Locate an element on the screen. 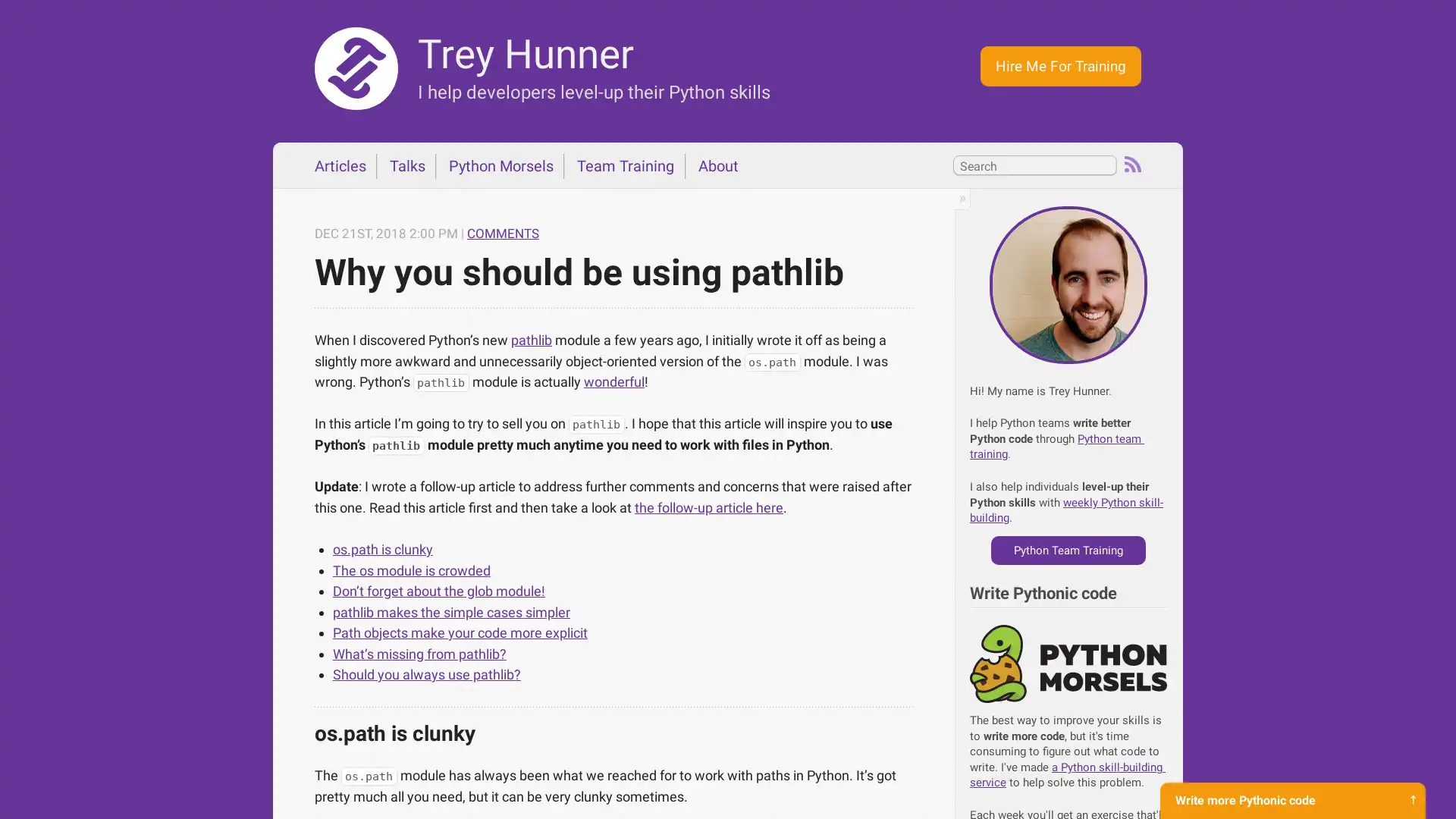 This screenshot has width=1456, height=819. Sign up for Python Morsels tips is located at coordinates (1291, 788).